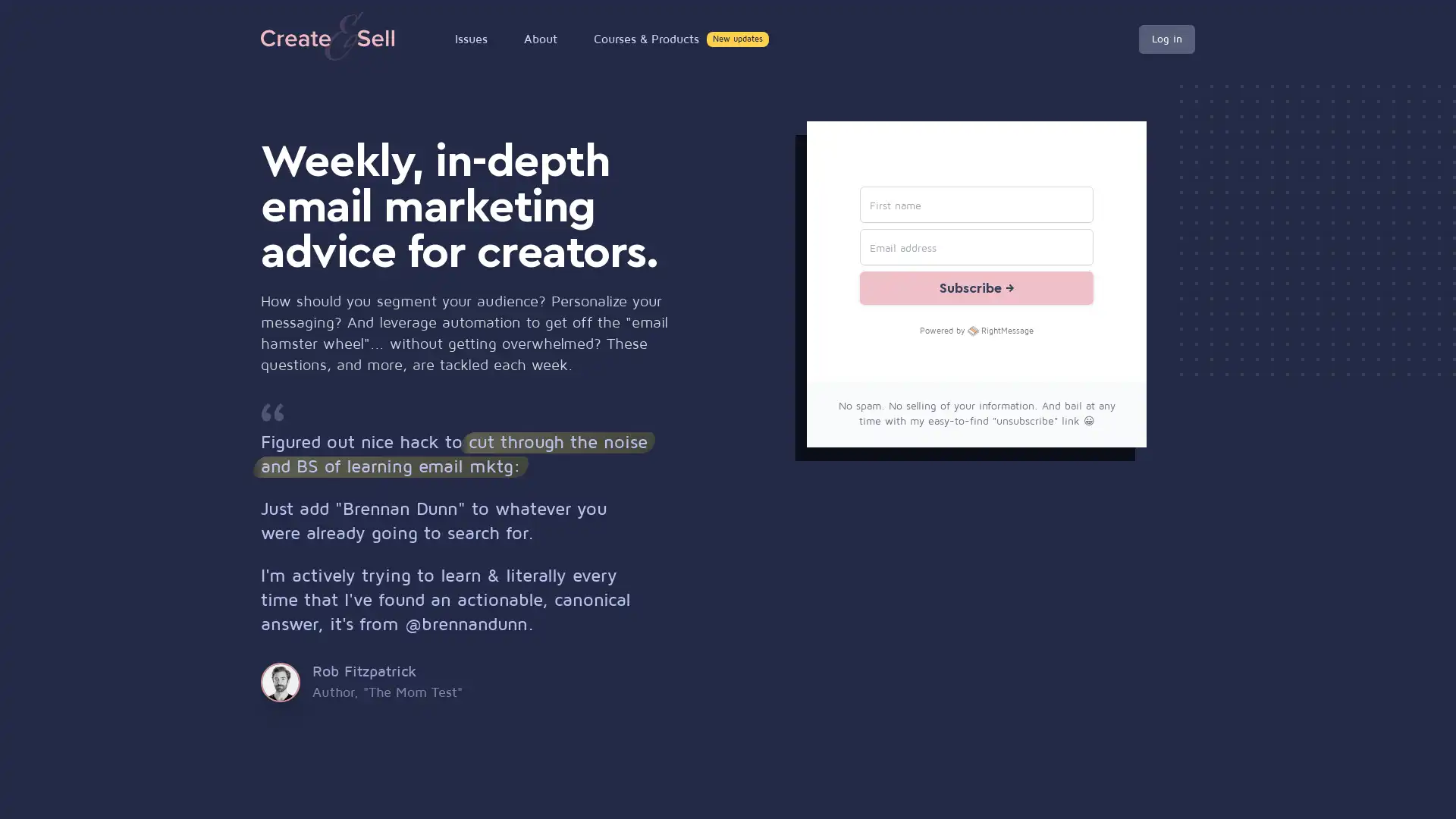 The height and width of the screenshot is (819, 1456). Describe the element at coordinates (976, 288) in the screenshot. I see `Subscribe` at that location.